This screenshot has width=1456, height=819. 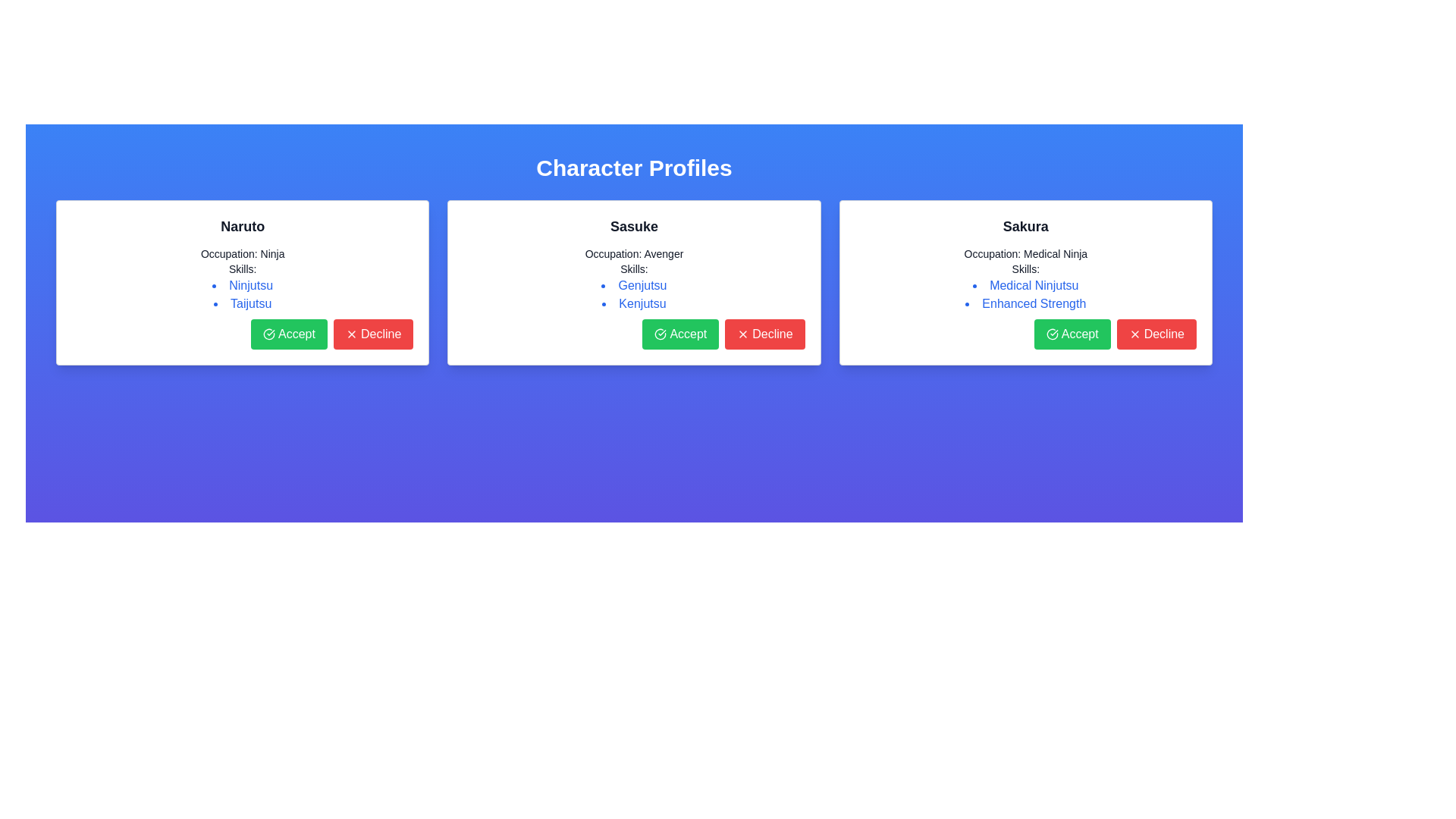 What do you see at coordinates (634, 304) in the screenshot?
I see `the text item displaying 'Kenjutsu' in blue, which is the second item in the bulleted list of skills within Sasuke's profile card` at bounding box center [634, 304].